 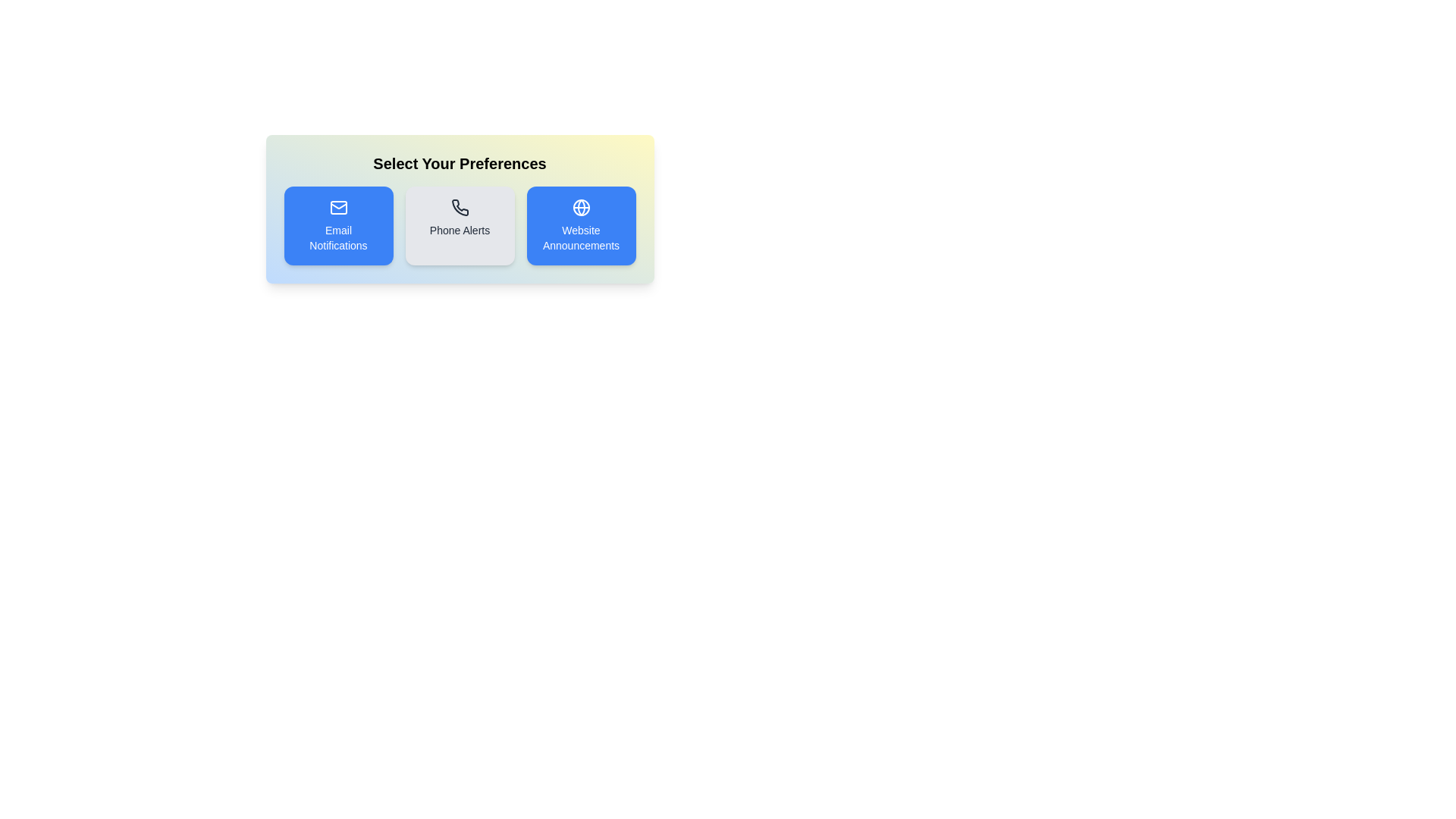 I want to click on the 'Phone Alerts' option to toggle its selection status, so click(x=459, y=225).